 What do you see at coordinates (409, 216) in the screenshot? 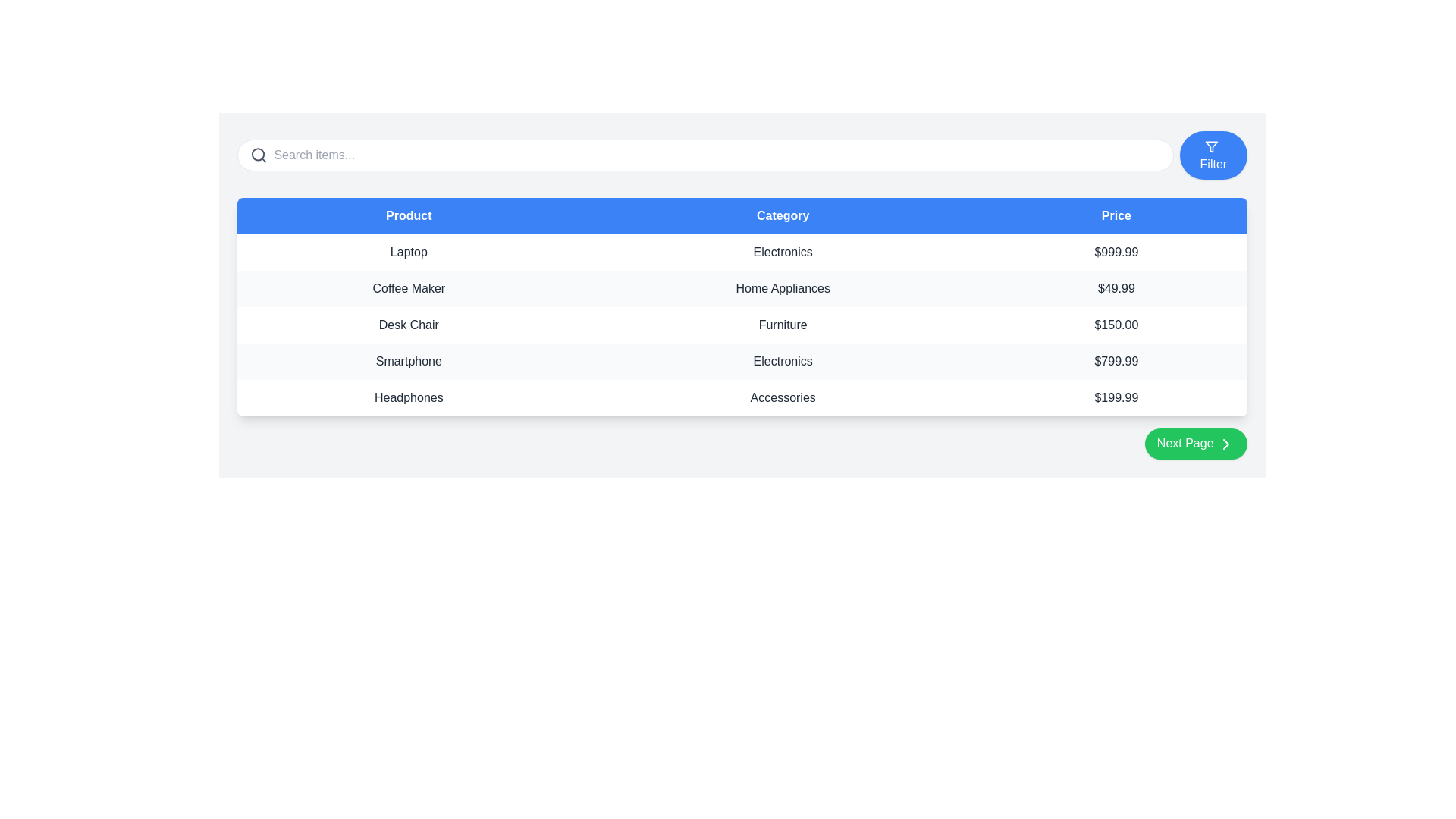
I see `the 'Product' header cell in the table` at bounding box center [409, 216].